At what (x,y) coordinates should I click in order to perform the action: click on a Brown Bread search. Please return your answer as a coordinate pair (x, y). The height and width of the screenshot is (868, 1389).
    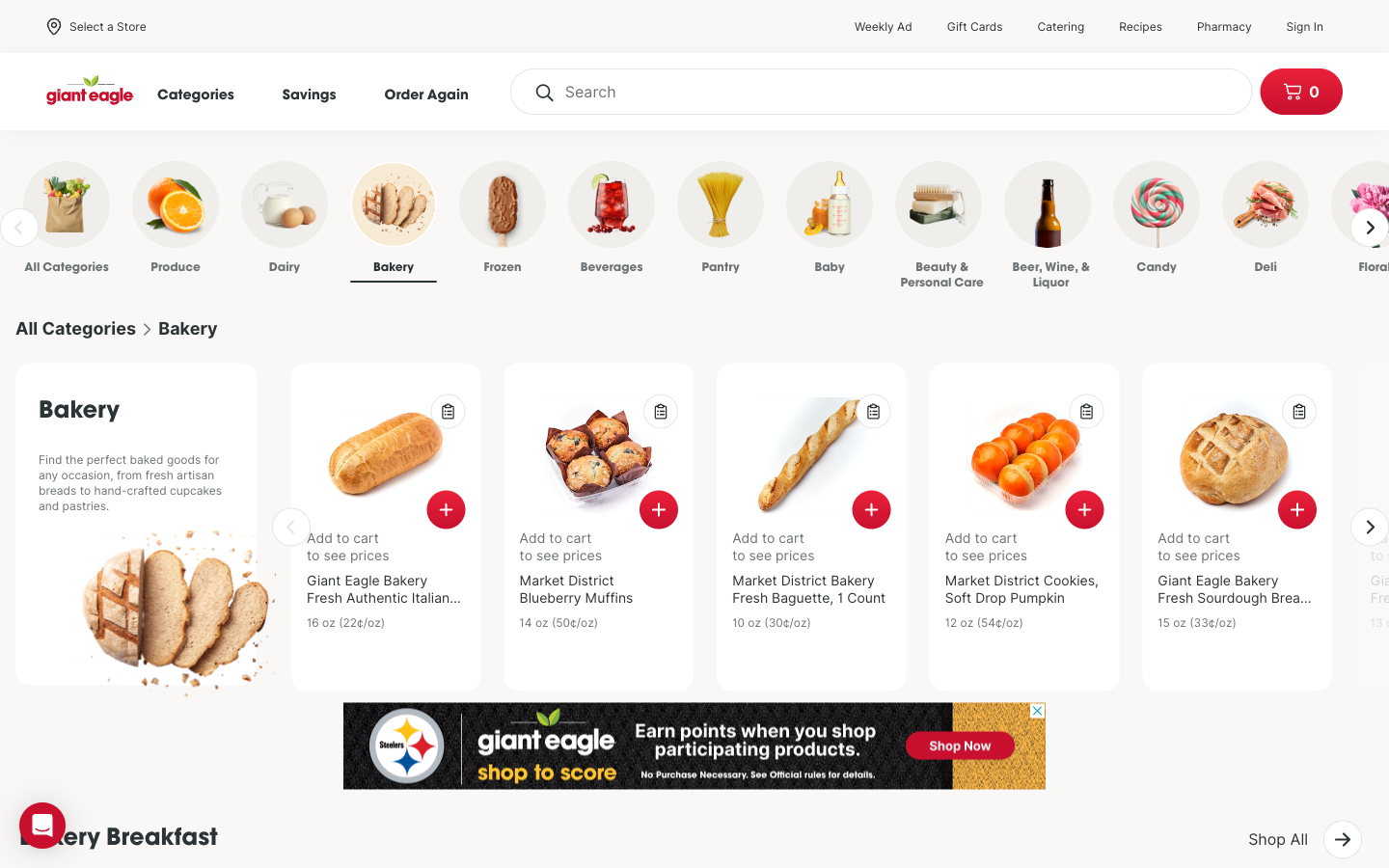
    Looking at the image, I should click on (881, 91).